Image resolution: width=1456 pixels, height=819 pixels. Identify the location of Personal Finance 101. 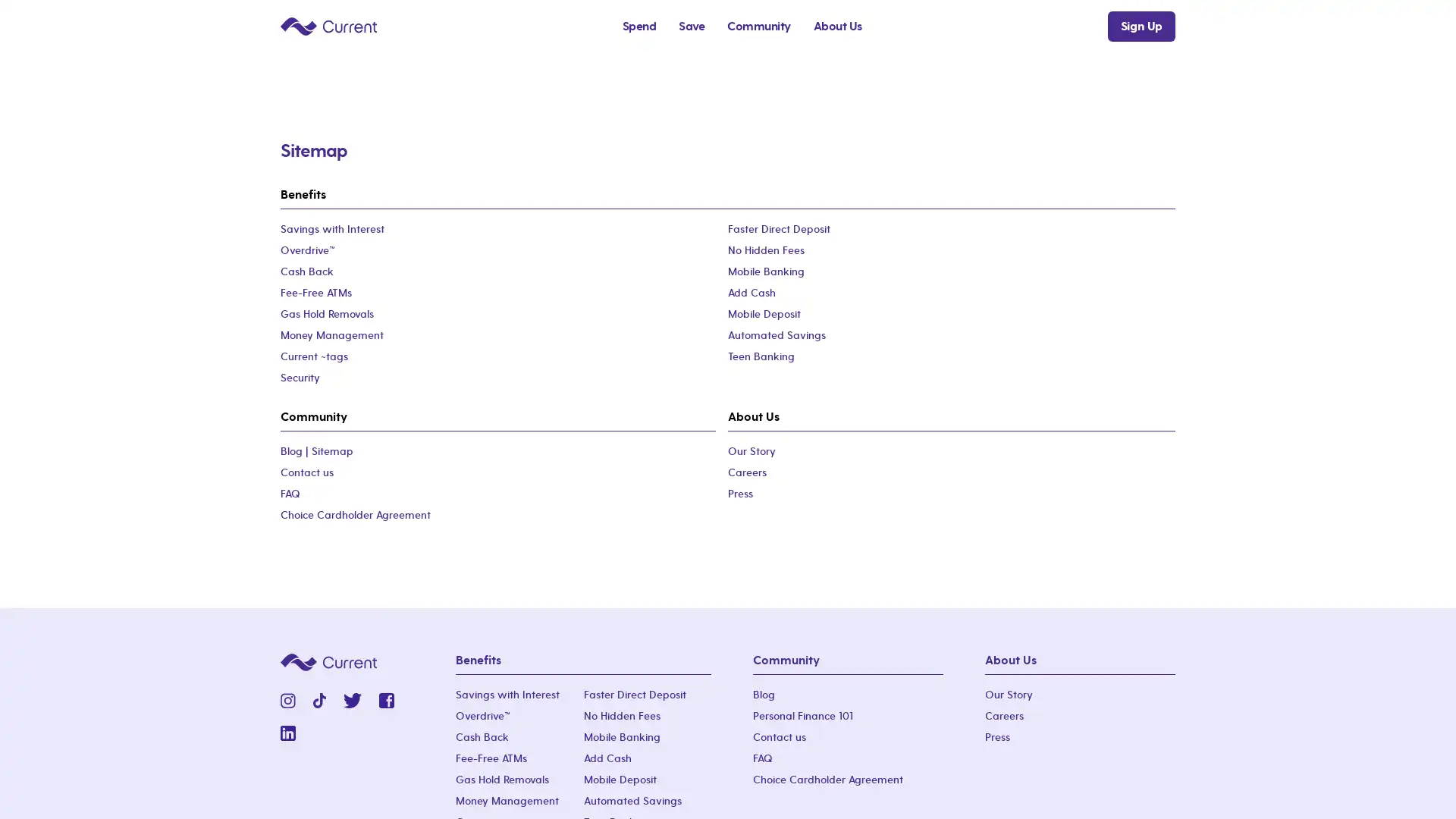
(802, 717).